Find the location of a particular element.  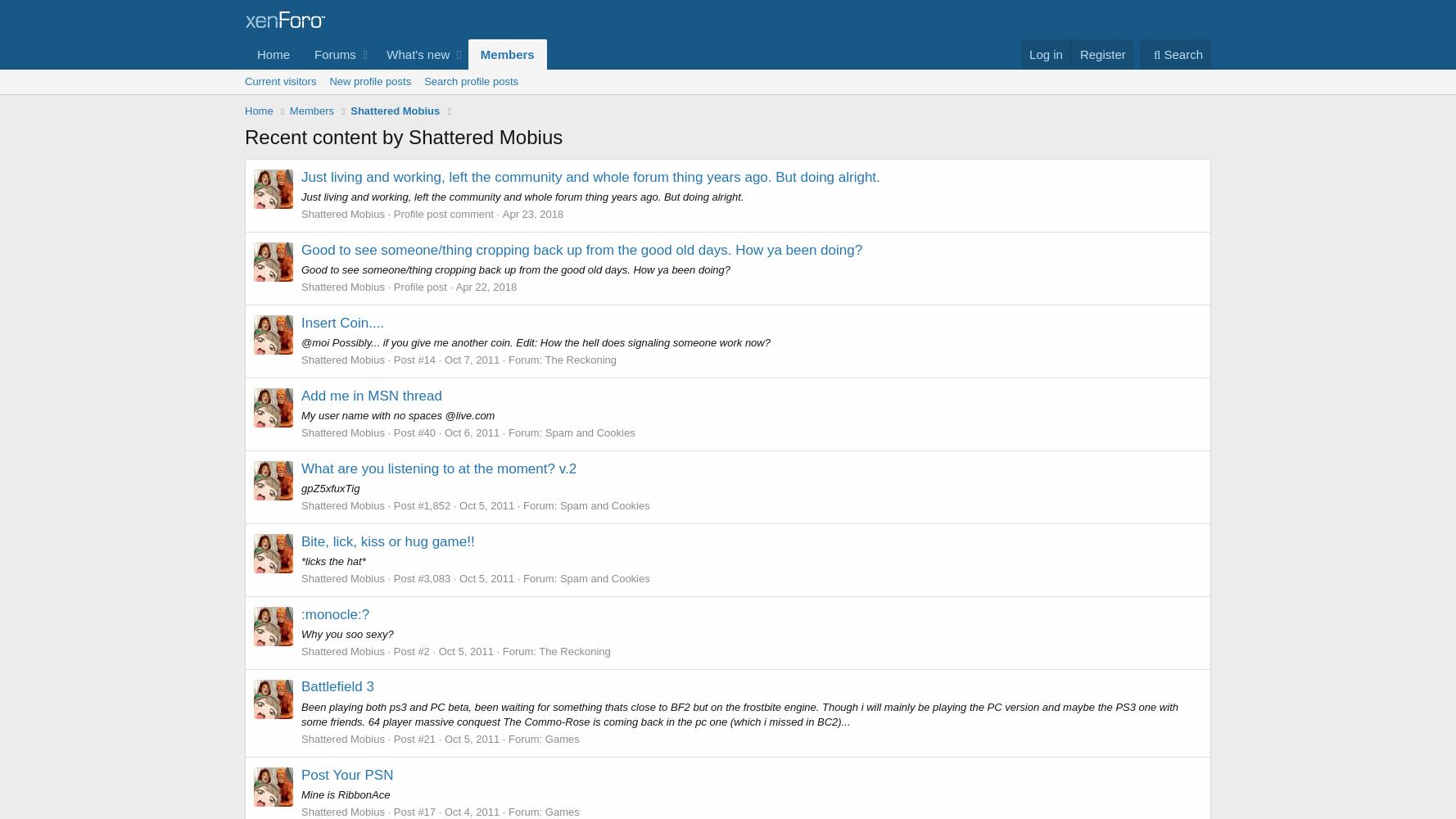

'@moi

Possibly... if you give me another coin.

Edit: How the hell does signaling someone work now?' is located at coordinates (301, 342).